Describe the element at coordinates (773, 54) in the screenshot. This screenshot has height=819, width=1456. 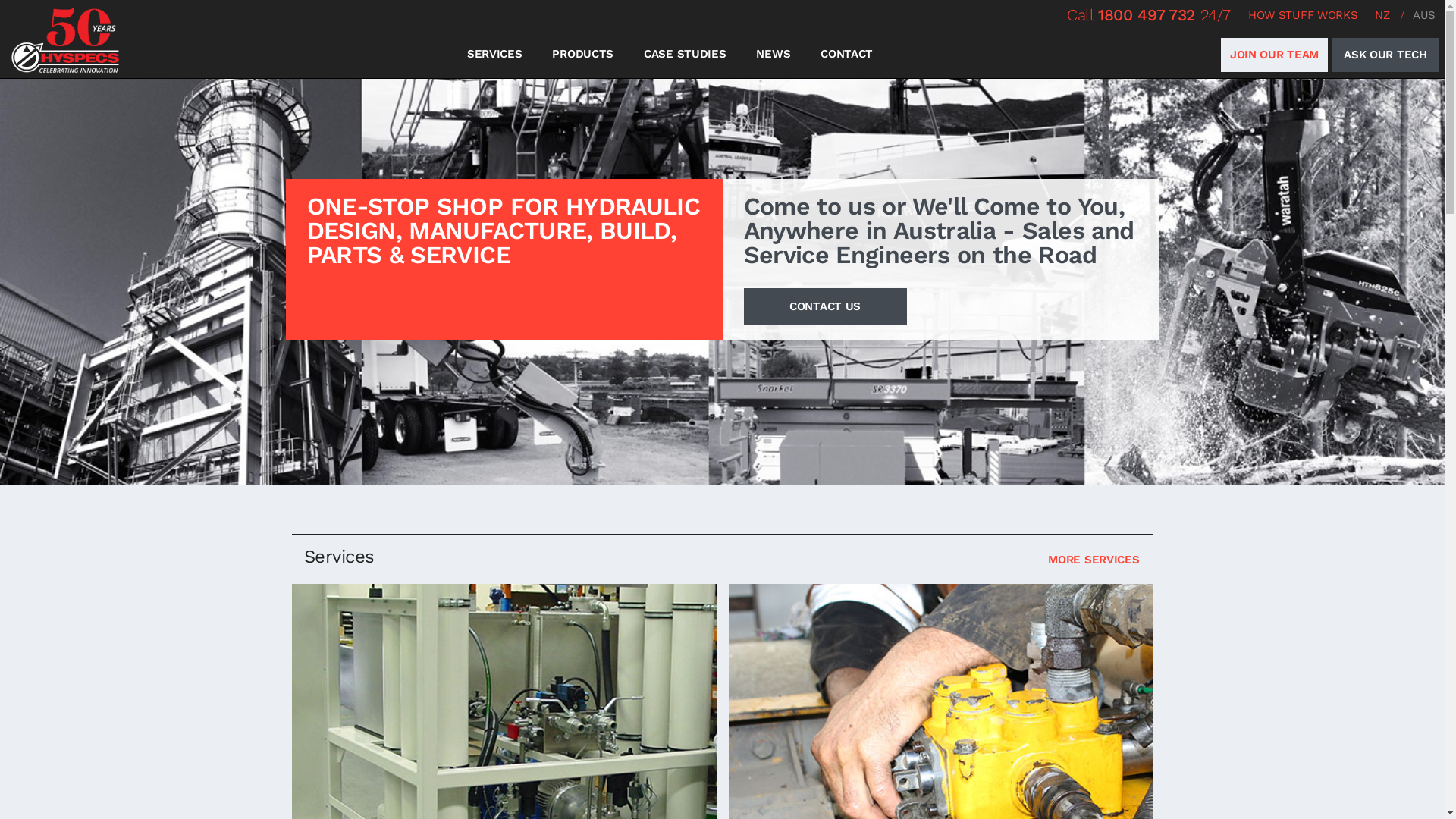
I see `'NEWS'` at that location.